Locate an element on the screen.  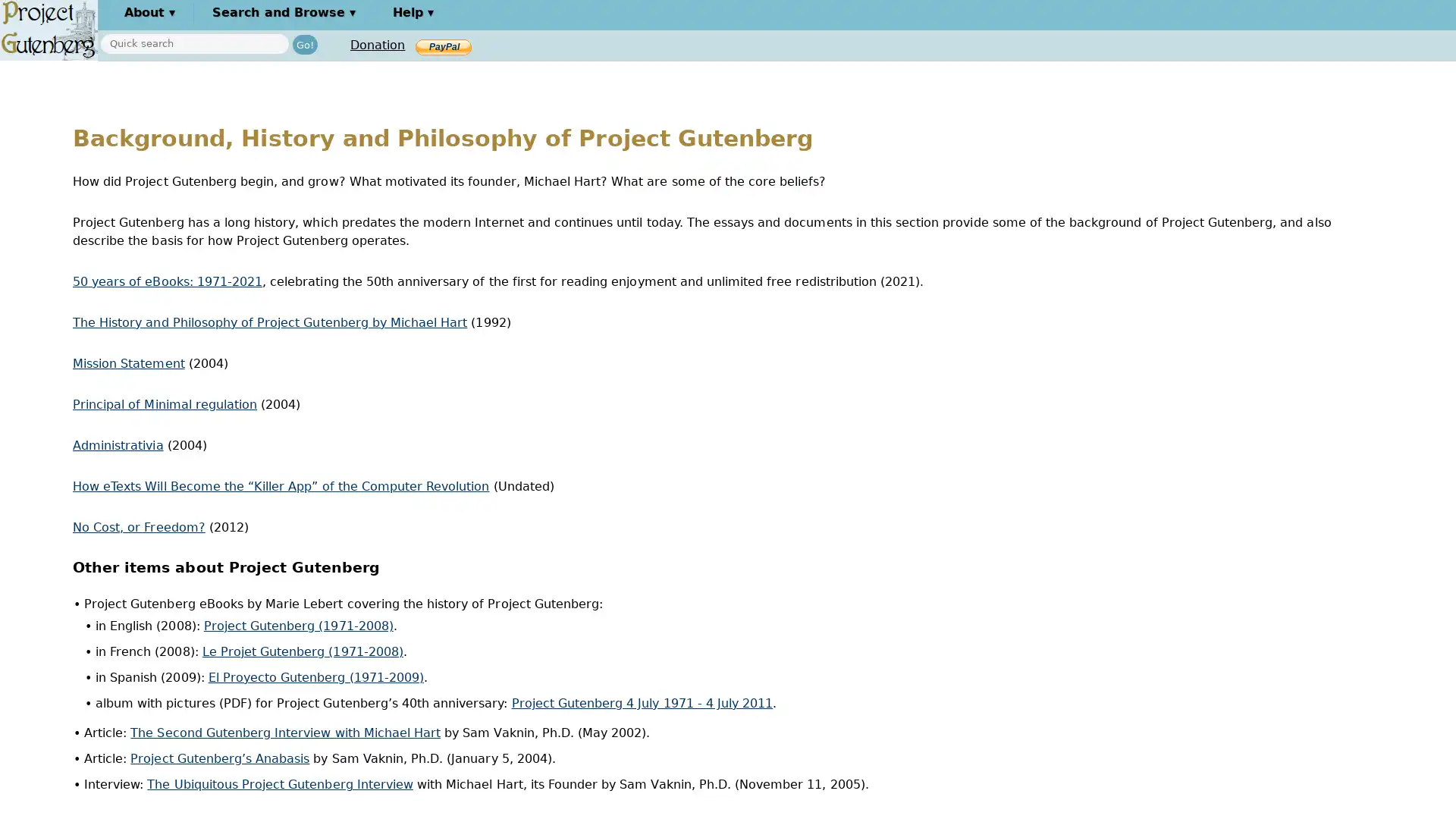
Go! is located at coordinates (304, 43).